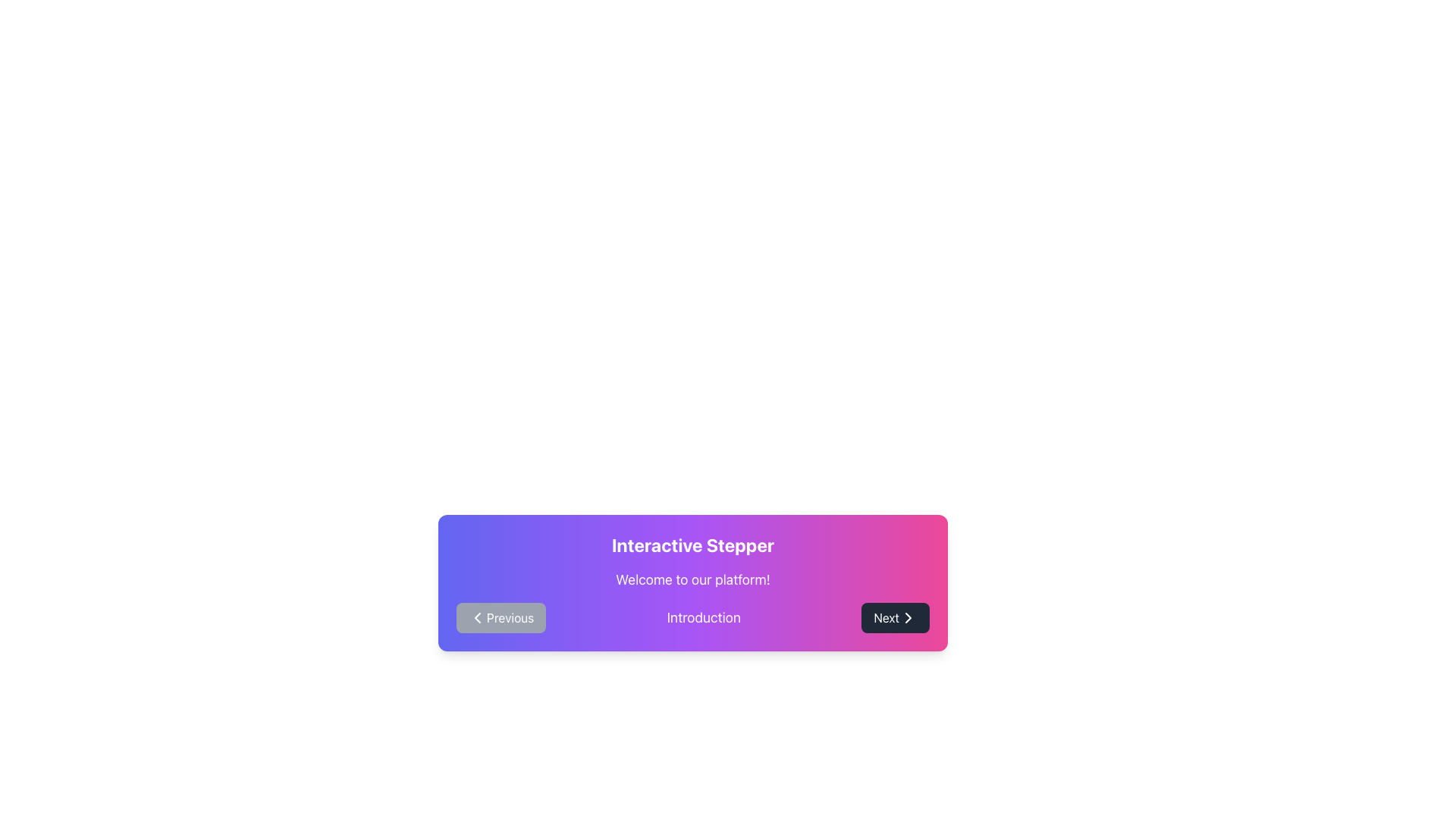  I want to click on the leftmost button in the horizontal navigation bar, so click(501, 617).